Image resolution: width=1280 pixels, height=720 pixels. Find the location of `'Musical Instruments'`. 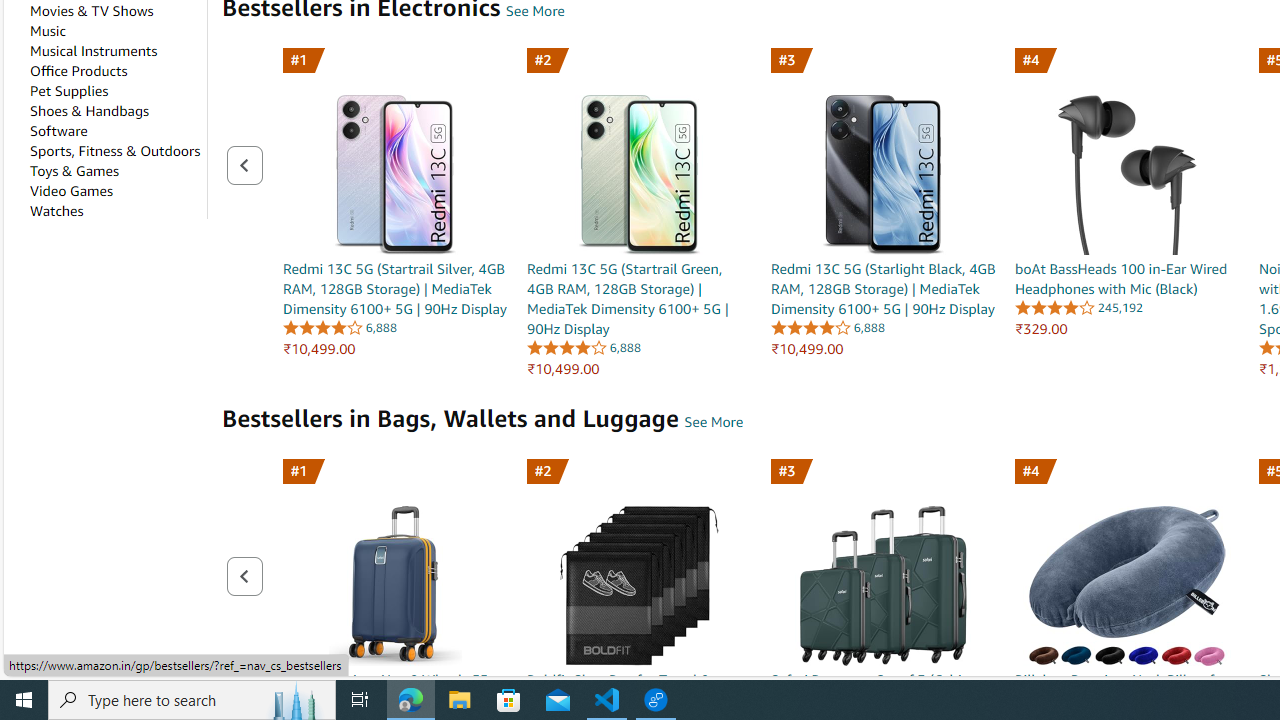

'Musical Instruments' is located at coordinates (92, 49).